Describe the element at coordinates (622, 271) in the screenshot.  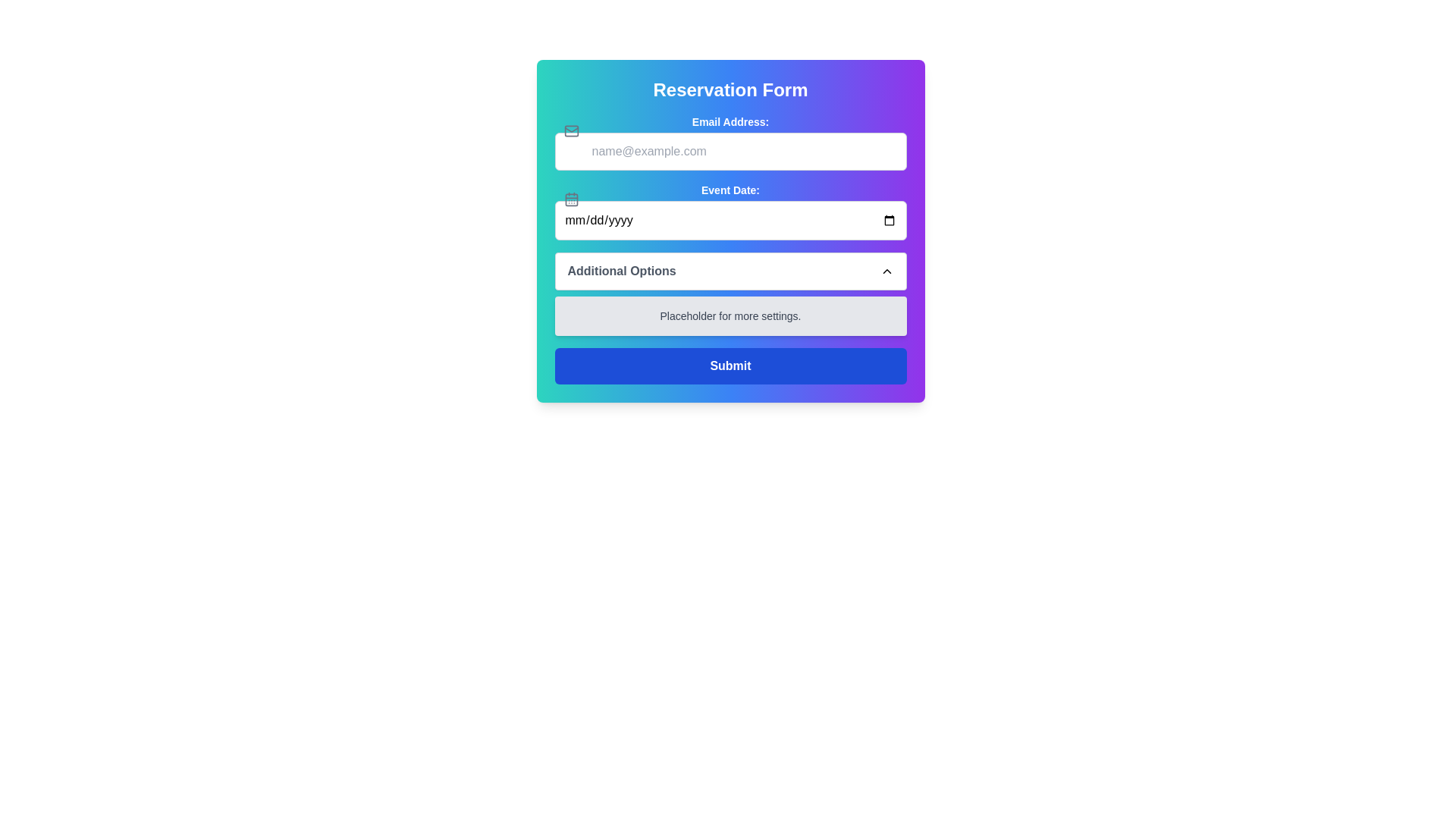
I see `the 'Additional Options' label, which is displayed in bold dark gray text within a white rectangular area with rounded corners` at that location.